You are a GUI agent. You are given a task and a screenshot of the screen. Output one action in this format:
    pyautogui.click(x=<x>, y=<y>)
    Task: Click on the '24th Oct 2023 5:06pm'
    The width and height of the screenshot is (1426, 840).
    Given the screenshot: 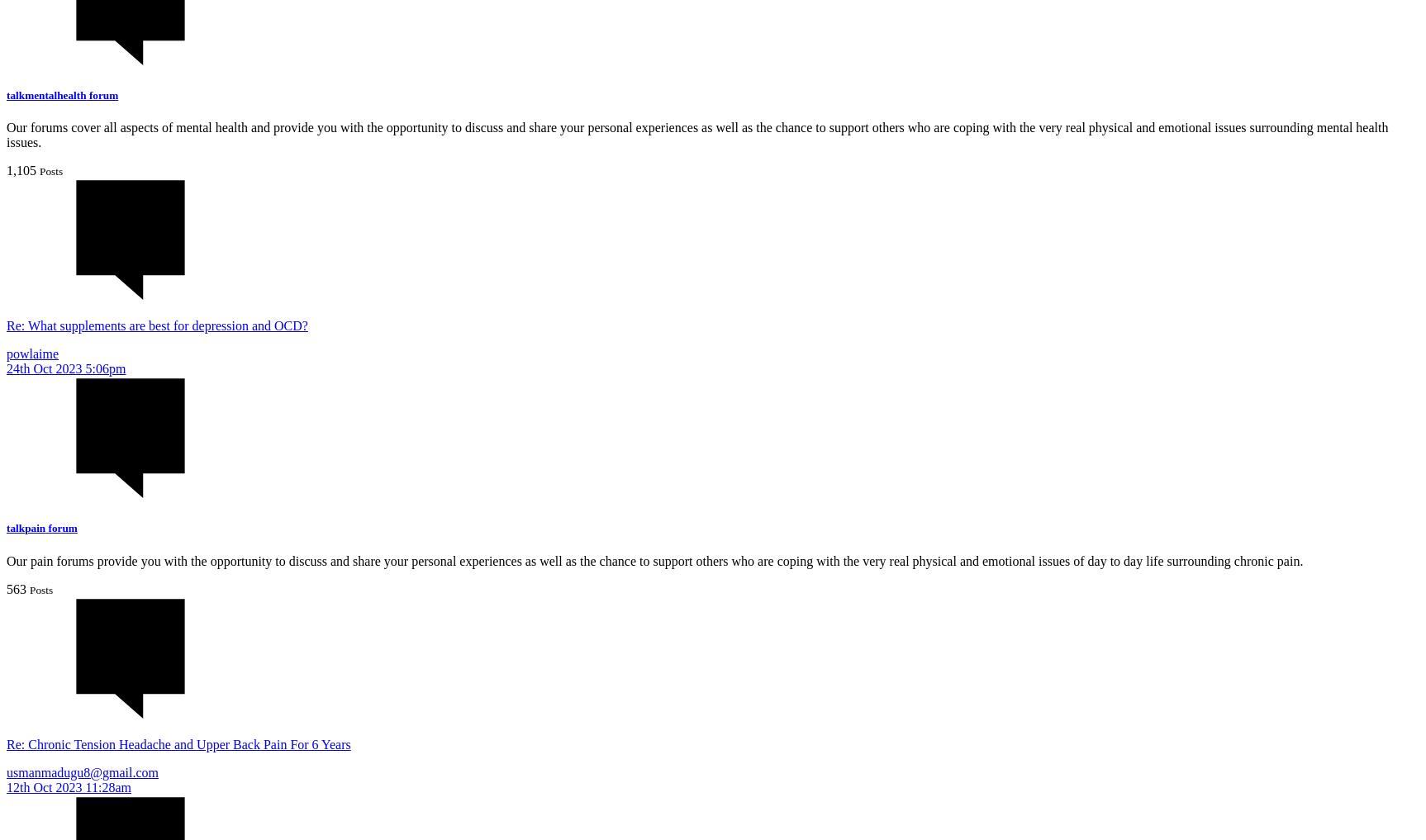 What is the action you would take?
    pyautogui.click(x=65, y=368)
    